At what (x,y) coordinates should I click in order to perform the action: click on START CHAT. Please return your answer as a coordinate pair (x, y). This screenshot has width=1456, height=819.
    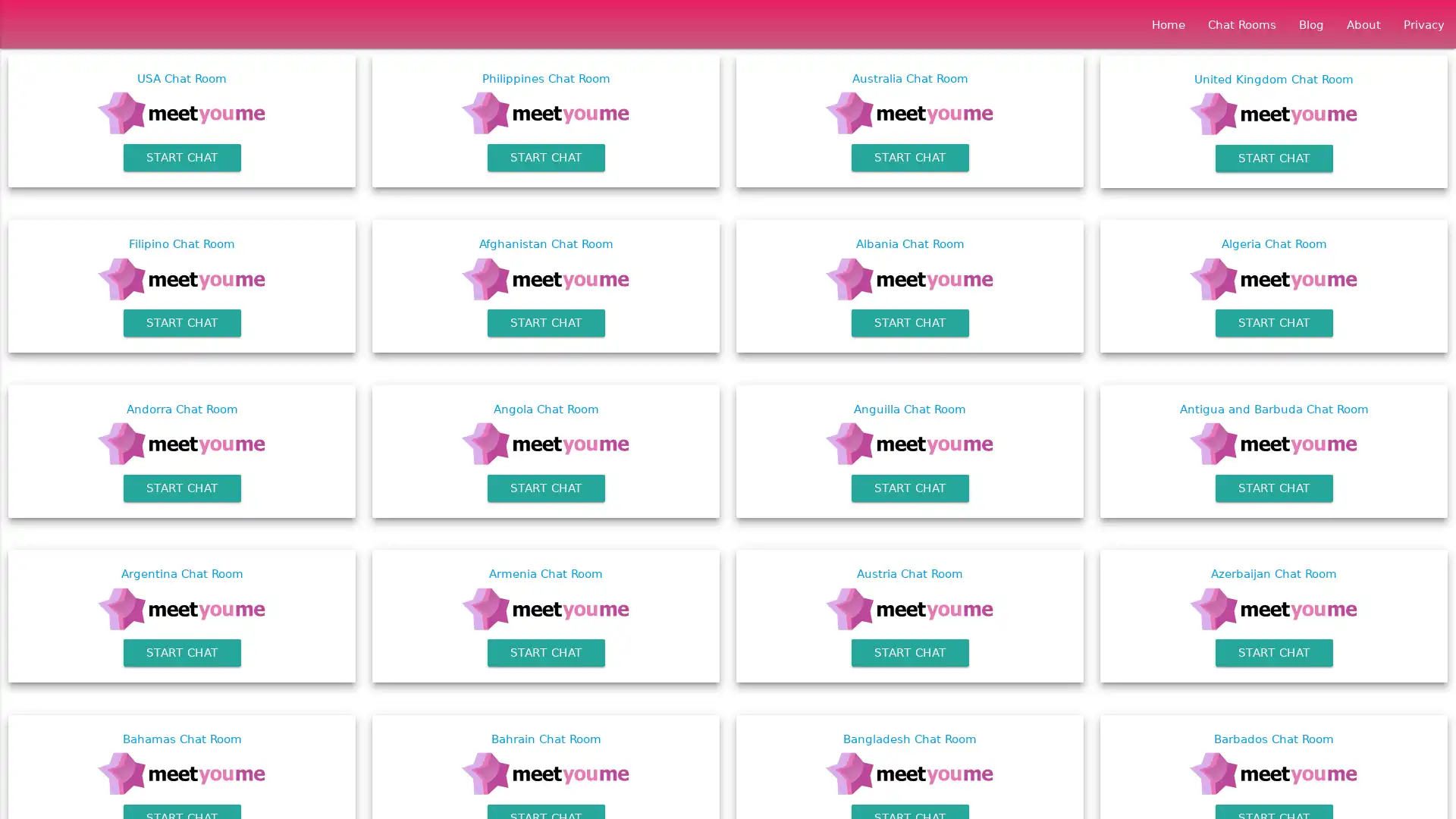
    Looking at the image, I should click on (545, 157).